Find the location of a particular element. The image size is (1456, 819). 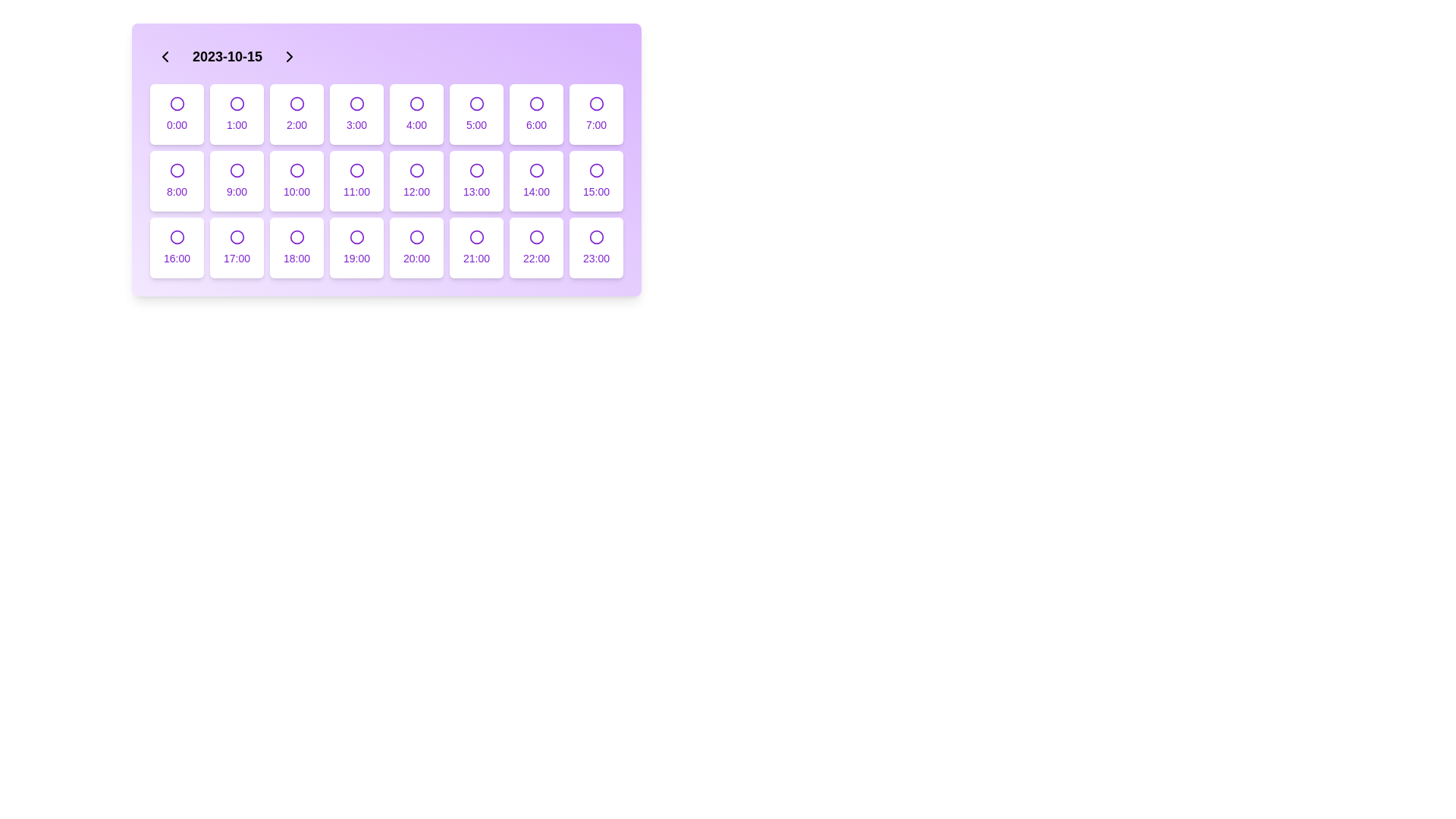

the time selection button located in the first row, sixth column of the grid layout, which is surrounded by '5:00' and '7:00' boxes is located at coordinates (536, 113).